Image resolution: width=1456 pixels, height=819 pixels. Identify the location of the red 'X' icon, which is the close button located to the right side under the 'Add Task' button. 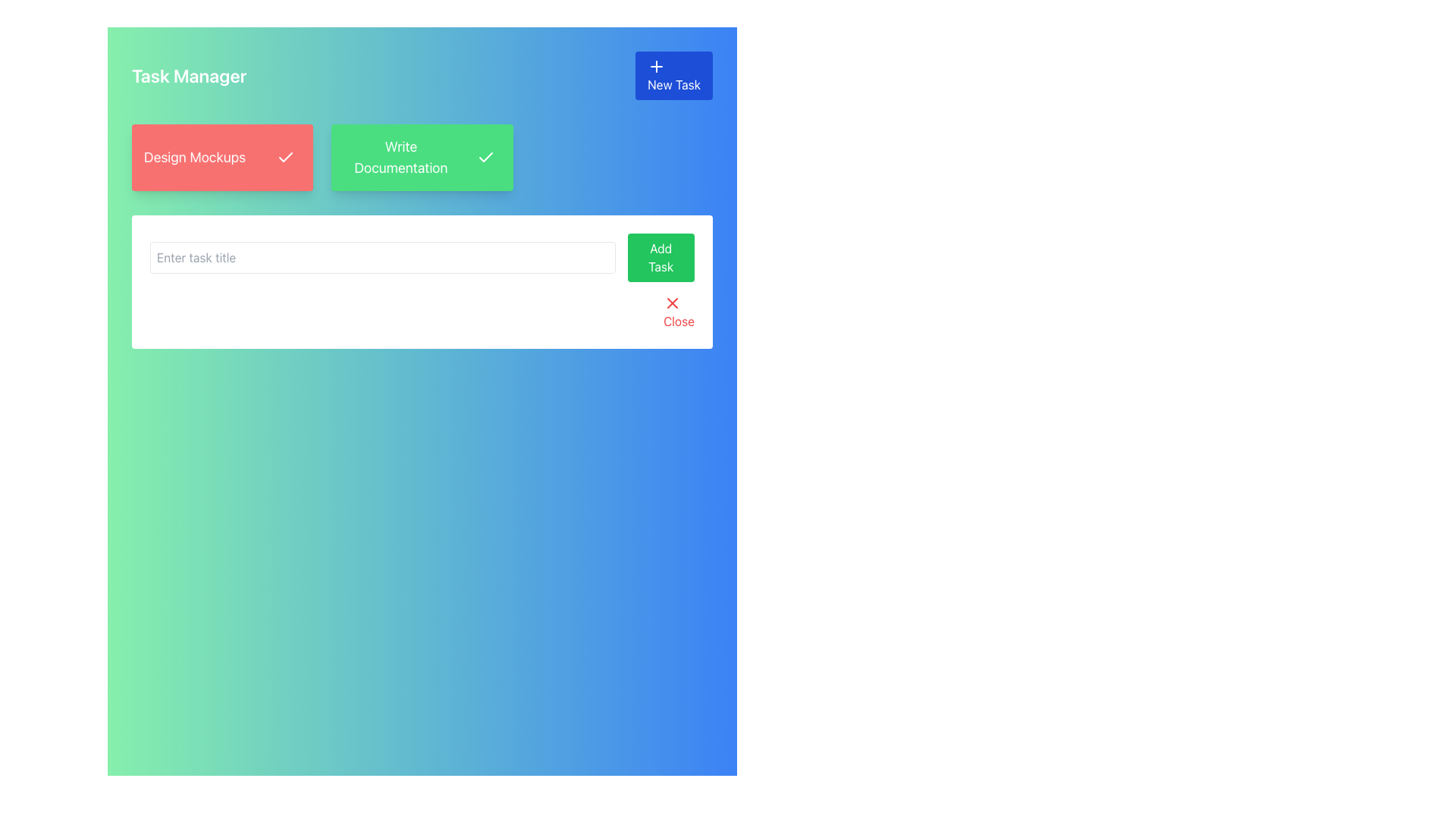
(672, 303).